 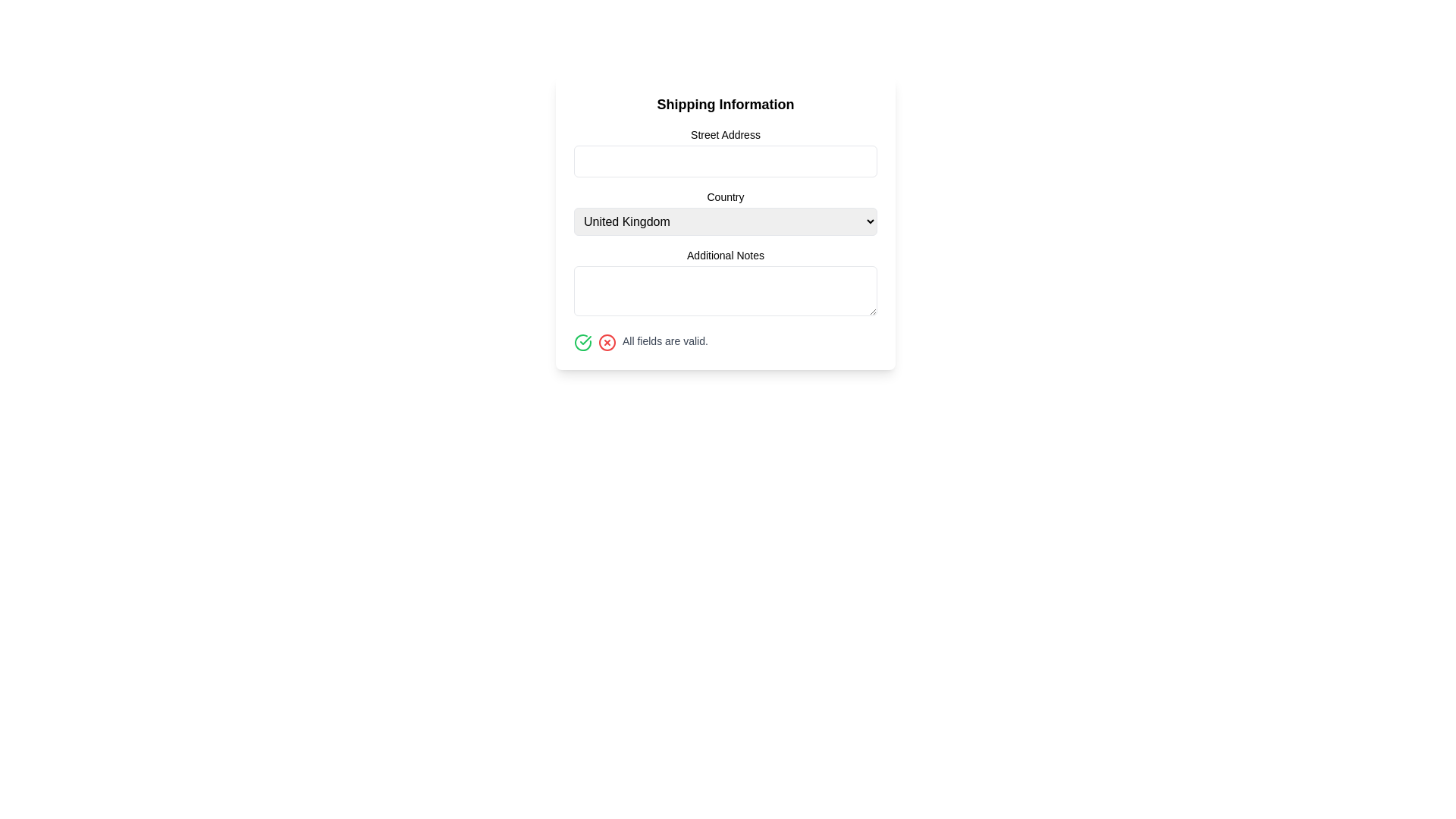 What do you see at coordinates (607, 342) in the screenshot?
I see `the error icon located to the right of the green checkmark, which indicates an invalid state below the 'Additional Notes' section` at bounding box center [607, 342].